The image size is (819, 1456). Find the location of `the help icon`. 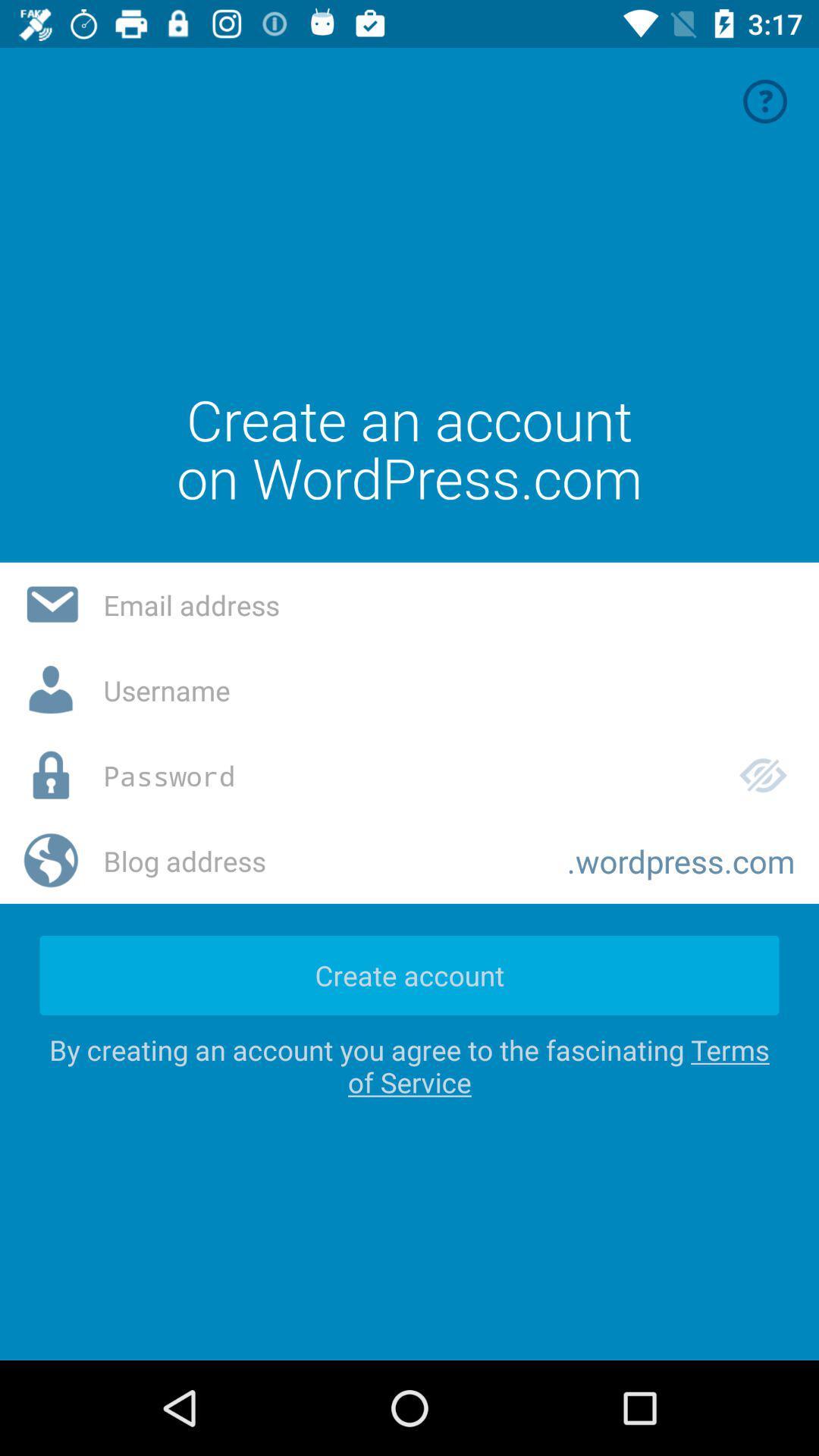

the help icon is located at coordinates (765, 100).